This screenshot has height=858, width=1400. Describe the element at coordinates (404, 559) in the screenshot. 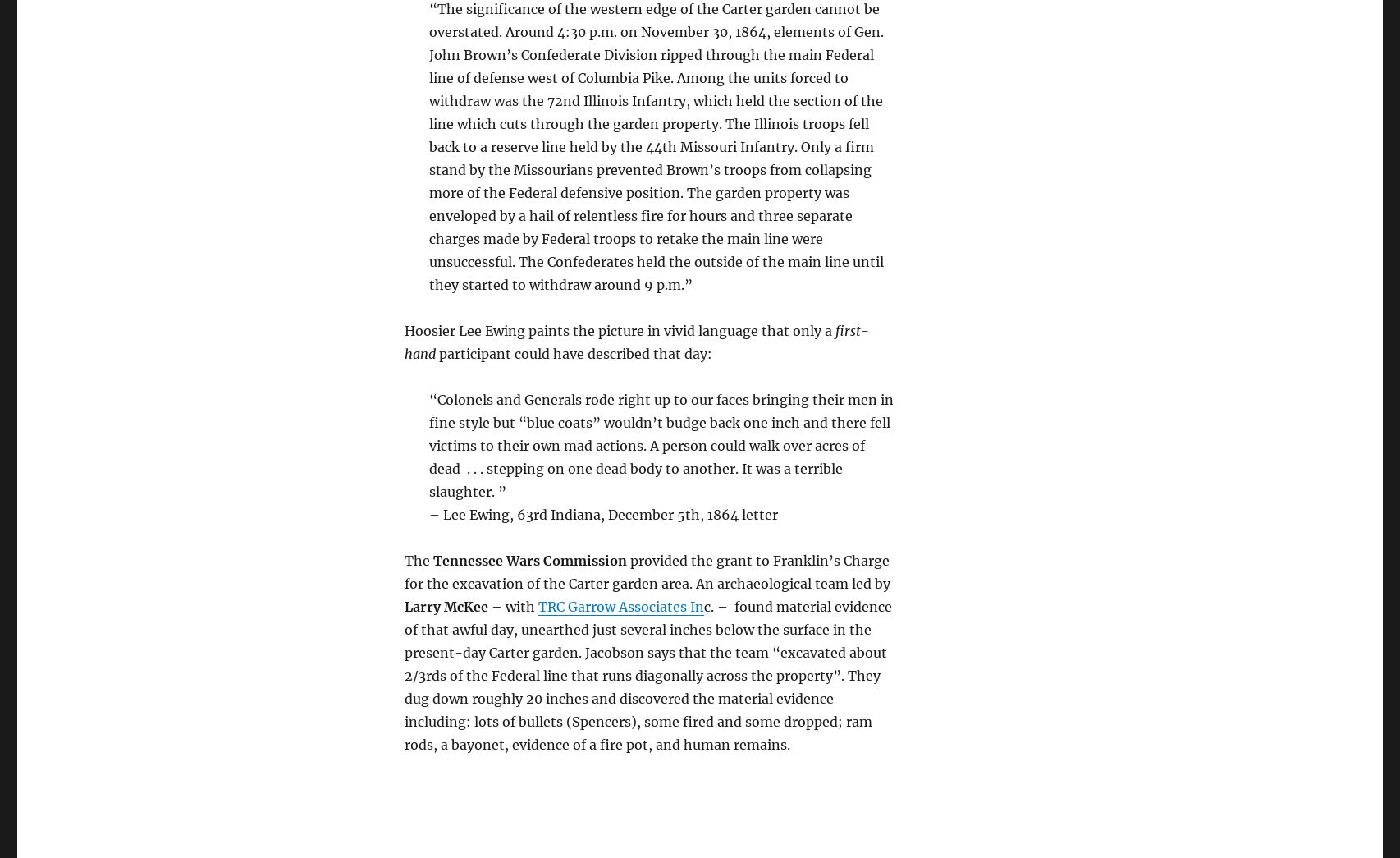

I see `'The'` at that location.